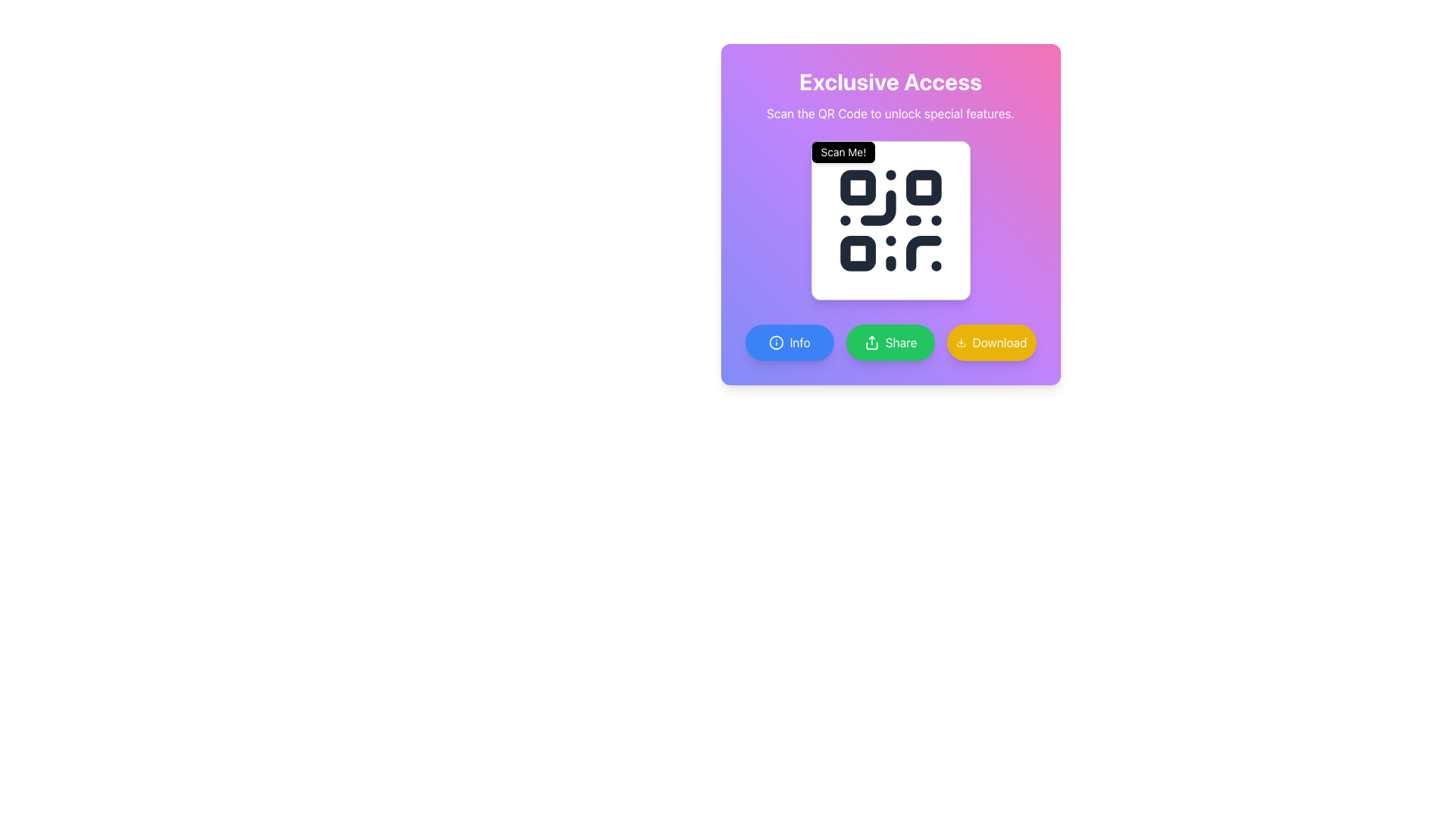 Image resolution: width=1456 pixels, height=819 pixels. I want to click on the group of interactive buttons located horizontally centered in the bottom section of the card-like component, directly below the QR code, so click(890, 342).